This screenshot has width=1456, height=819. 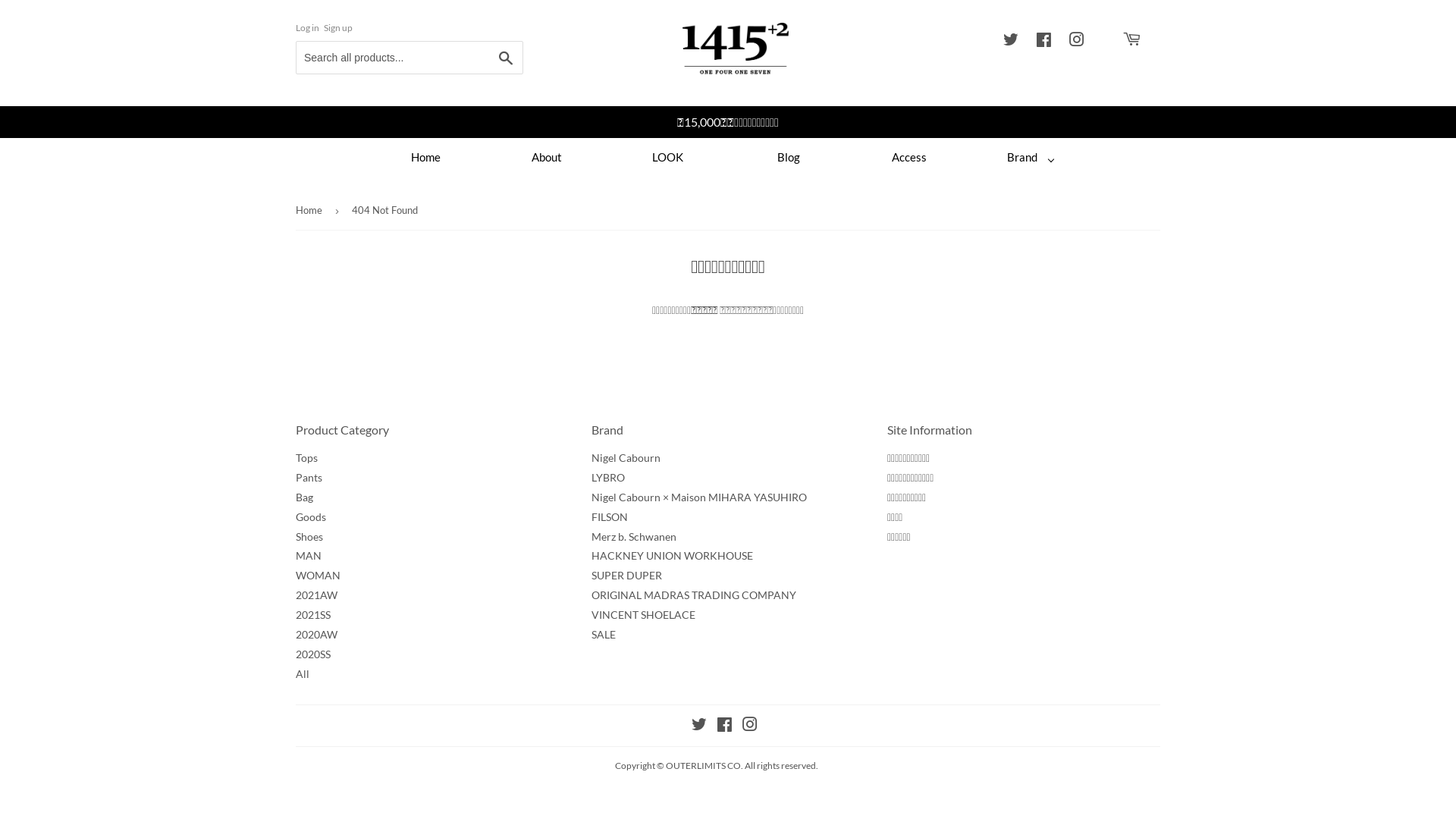 I want to click on 'Pants', so click(x=295, y=476).